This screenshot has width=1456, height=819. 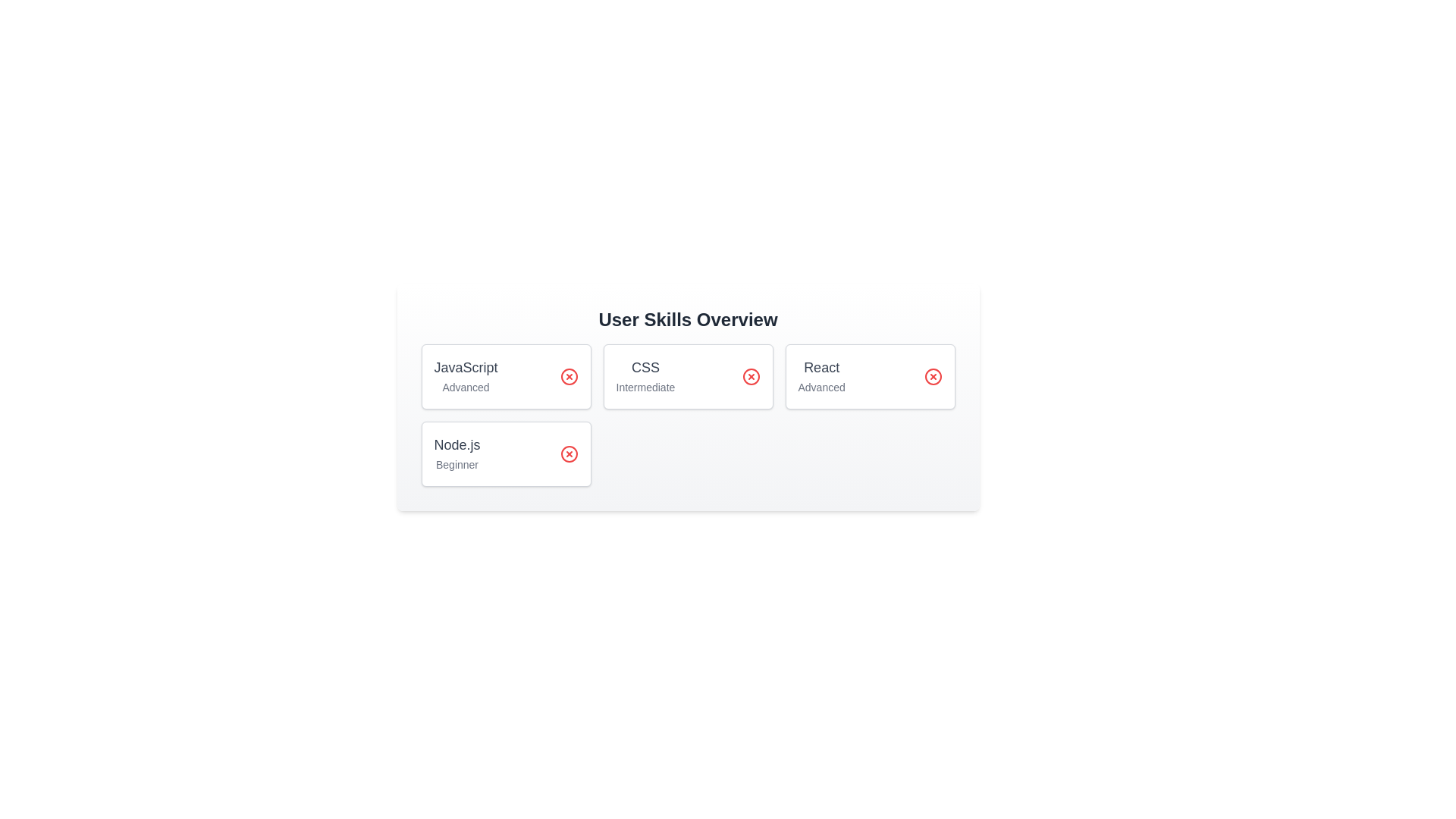 I want to click on the delete button for the skill React, so click(x=932, y=376).